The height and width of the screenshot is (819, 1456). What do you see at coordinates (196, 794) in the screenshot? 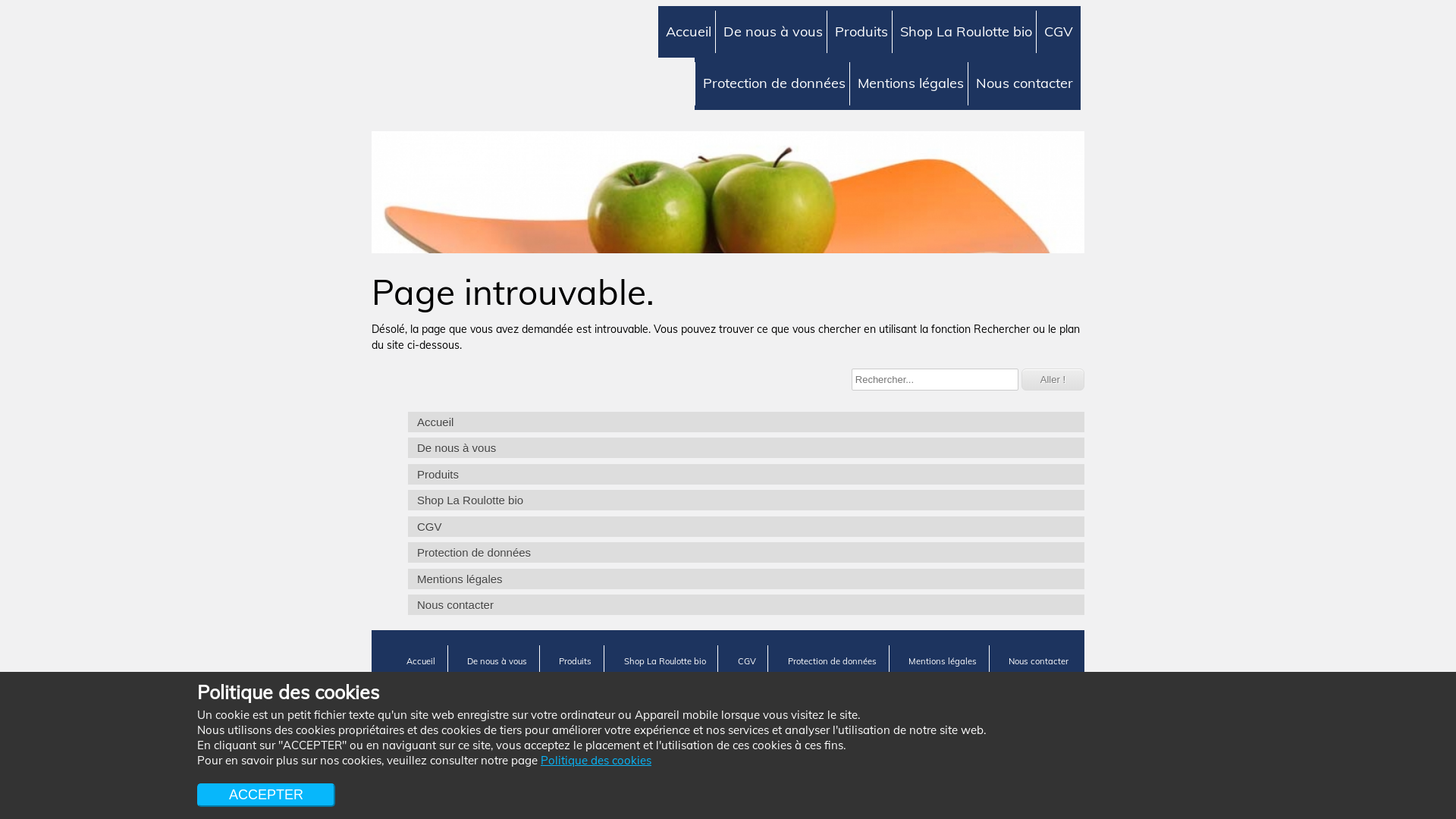
I see `'ACCEPTER'` at bounding box center [196, 794].